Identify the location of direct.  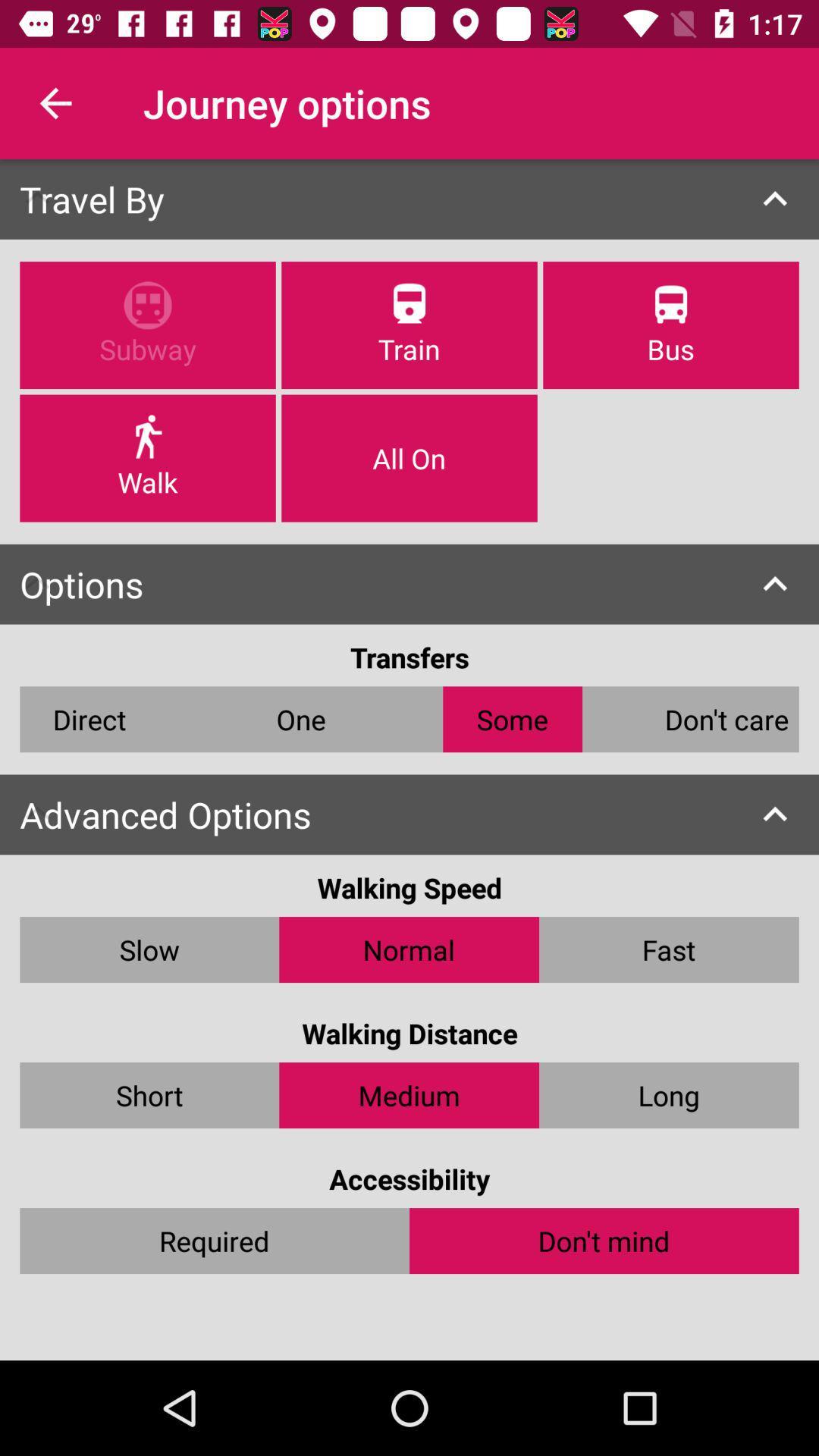
(89, 718).